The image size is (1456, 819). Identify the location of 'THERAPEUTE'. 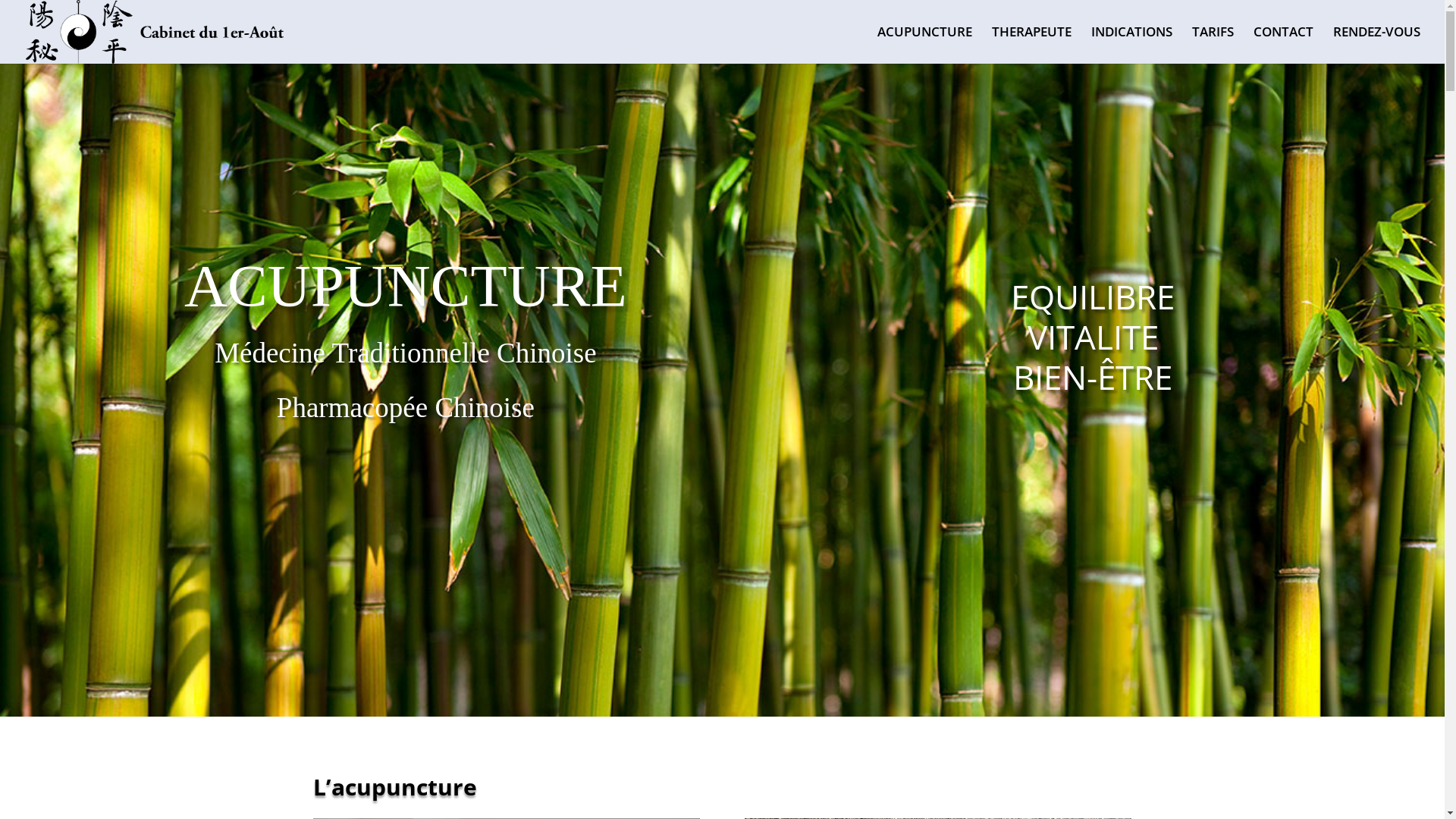
(1031, 44).